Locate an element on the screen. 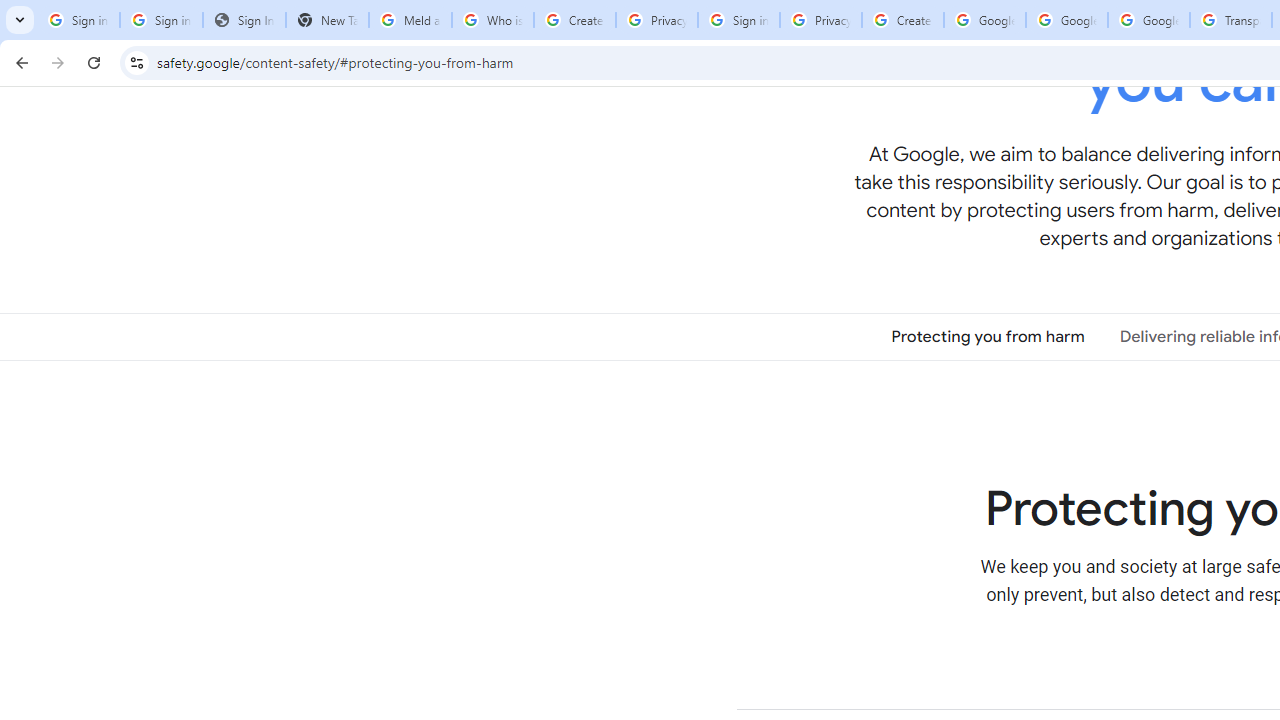  'Create your Google Account' is located at coordinates (902, 20).